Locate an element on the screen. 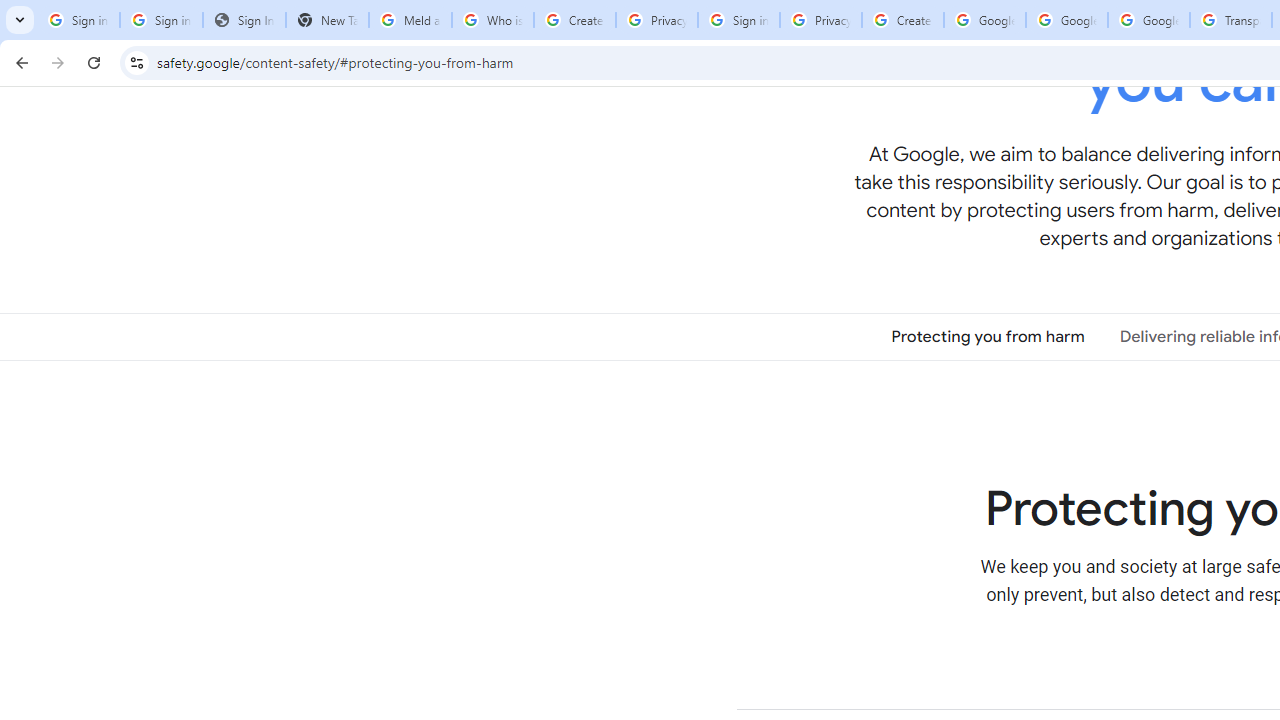  'Create your Google Account' is located at coordinates (902, 20).